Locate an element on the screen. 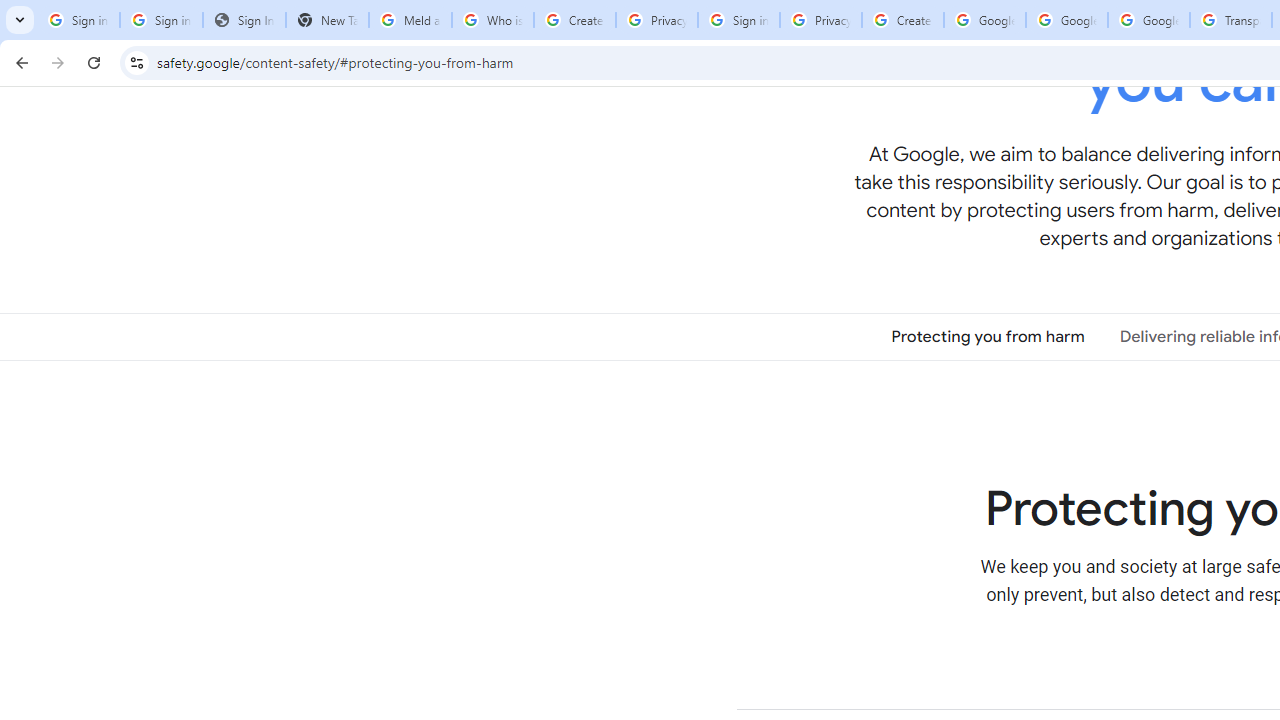  'Create your Google Account' is located at coordinates (902, 20).